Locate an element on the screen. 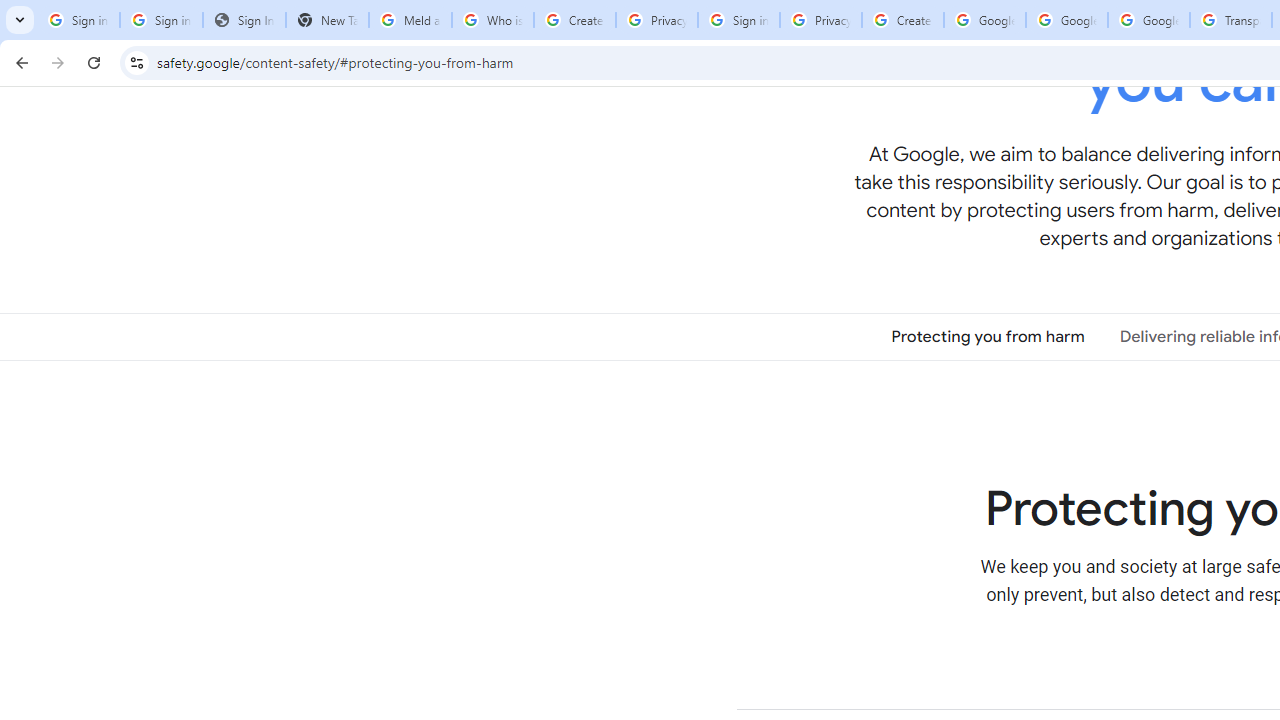  'Create your Google Account' is located at coordinates (902, 20).